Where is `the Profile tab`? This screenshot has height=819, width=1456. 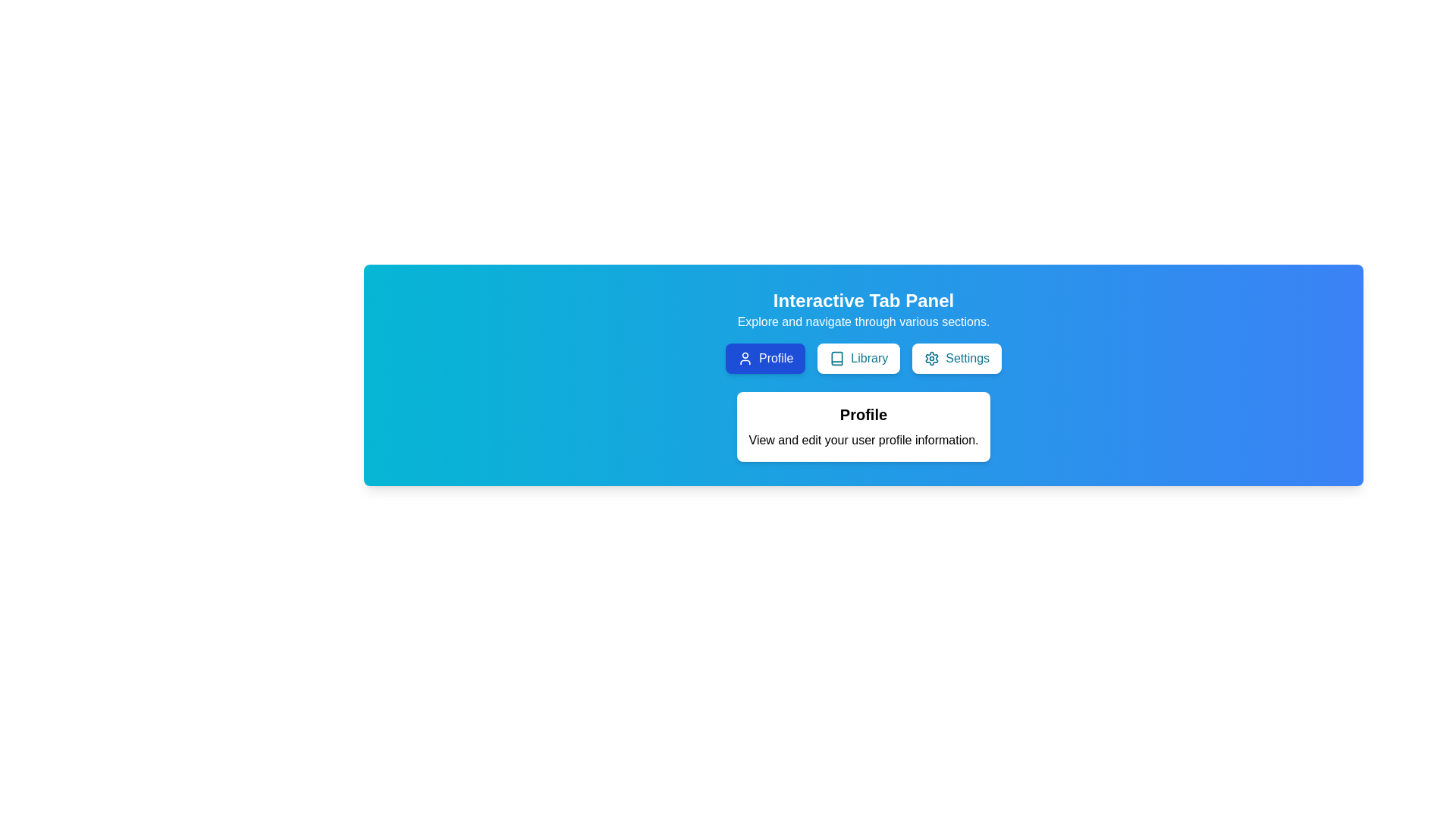
the Profile tab is located at coordinates (765, 359).